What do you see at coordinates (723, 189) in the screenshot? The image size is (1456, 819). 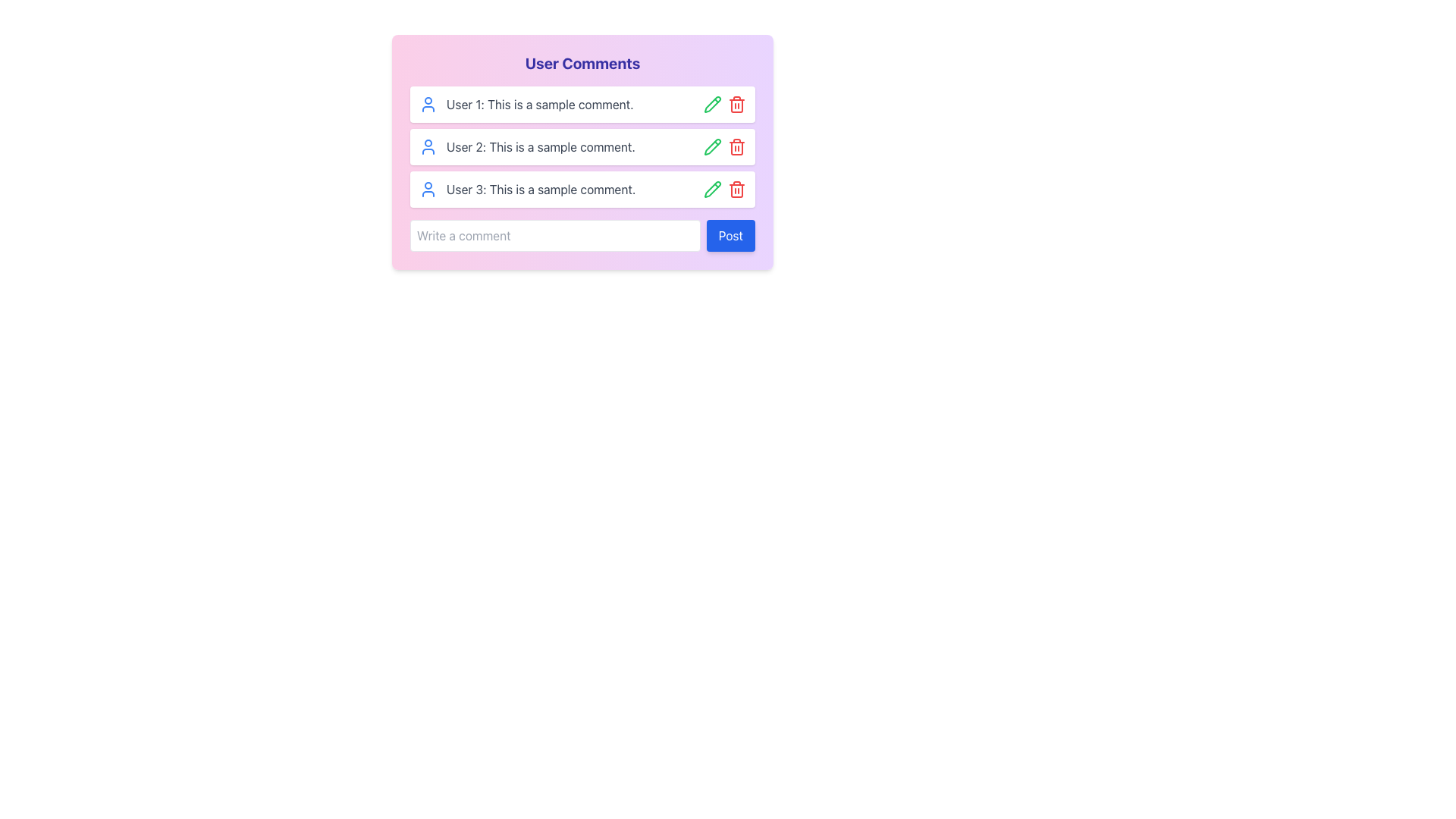 I see `the red delete icon located at the far right of the comment labeled 'User 3: This is a sample comment.'` at bounding box center [723, 189].